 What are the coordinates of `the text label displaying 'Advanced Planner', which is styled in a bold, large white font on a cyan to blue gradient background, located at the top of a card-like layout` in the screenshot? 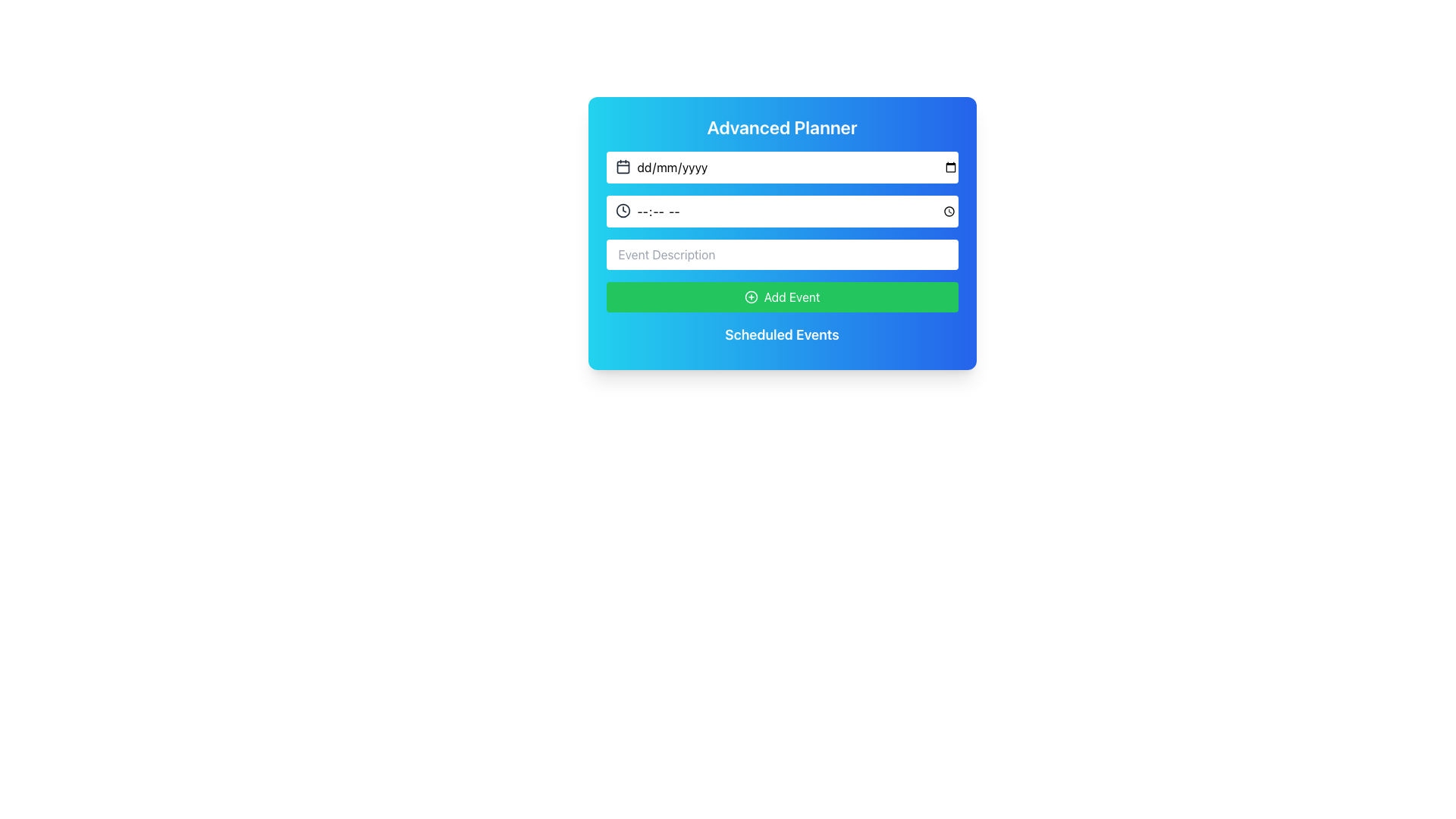 It's located at (782, 127).